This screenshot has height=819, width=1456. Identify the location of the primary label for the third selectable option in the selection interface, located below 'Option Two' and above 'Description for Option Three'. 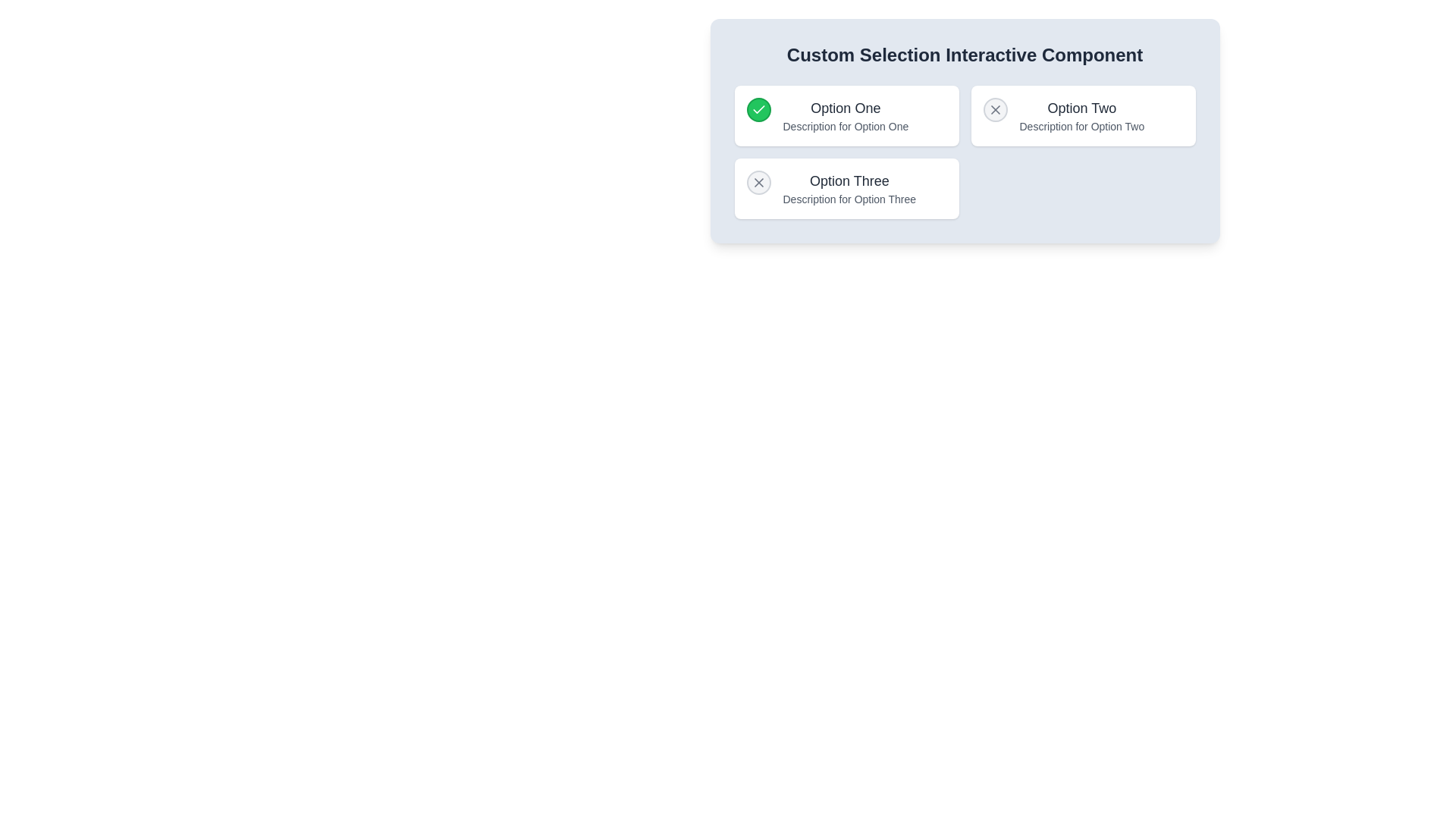
(849, 180).